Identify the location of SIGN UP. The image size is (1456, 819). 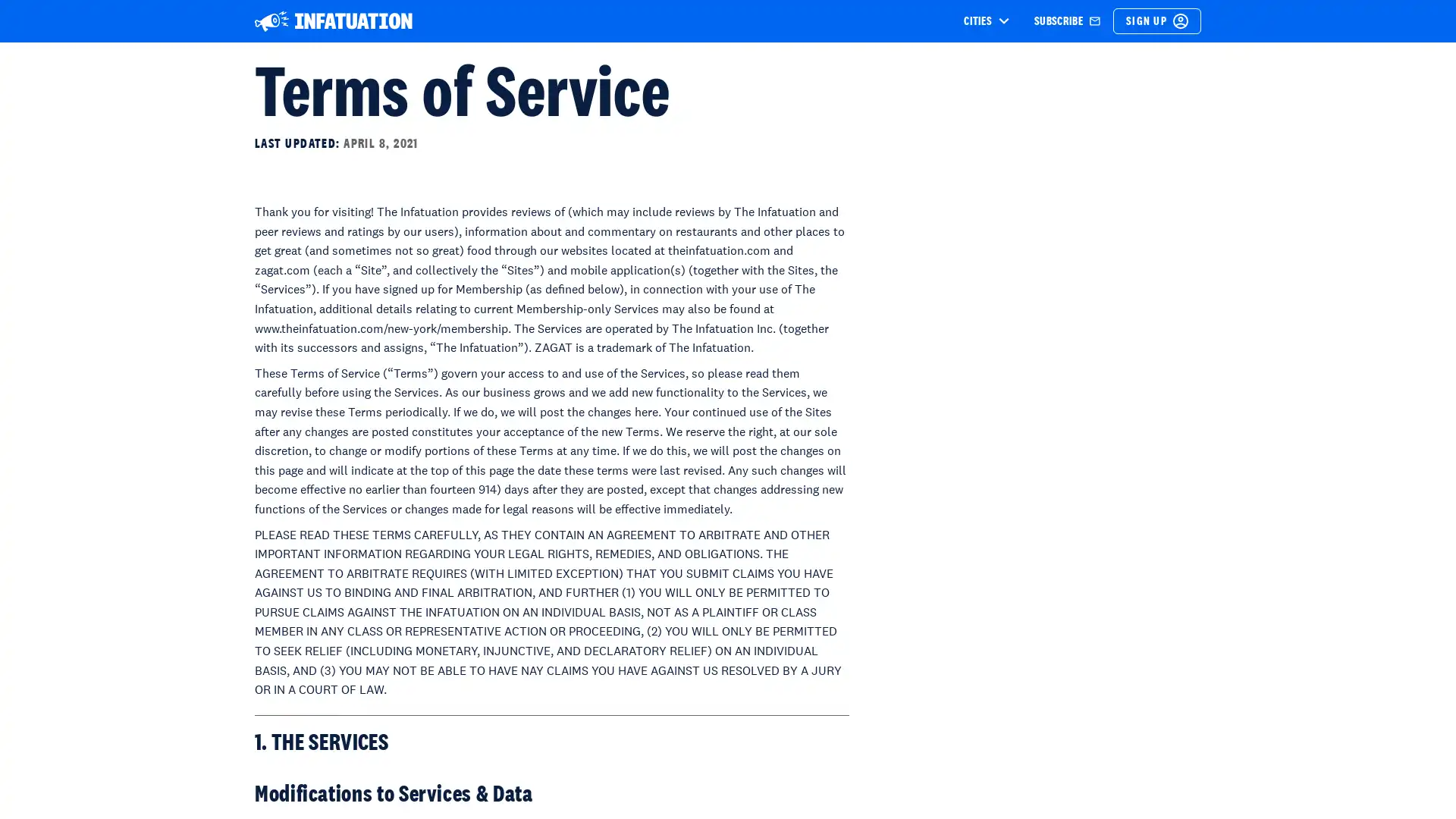
(1156, 20).